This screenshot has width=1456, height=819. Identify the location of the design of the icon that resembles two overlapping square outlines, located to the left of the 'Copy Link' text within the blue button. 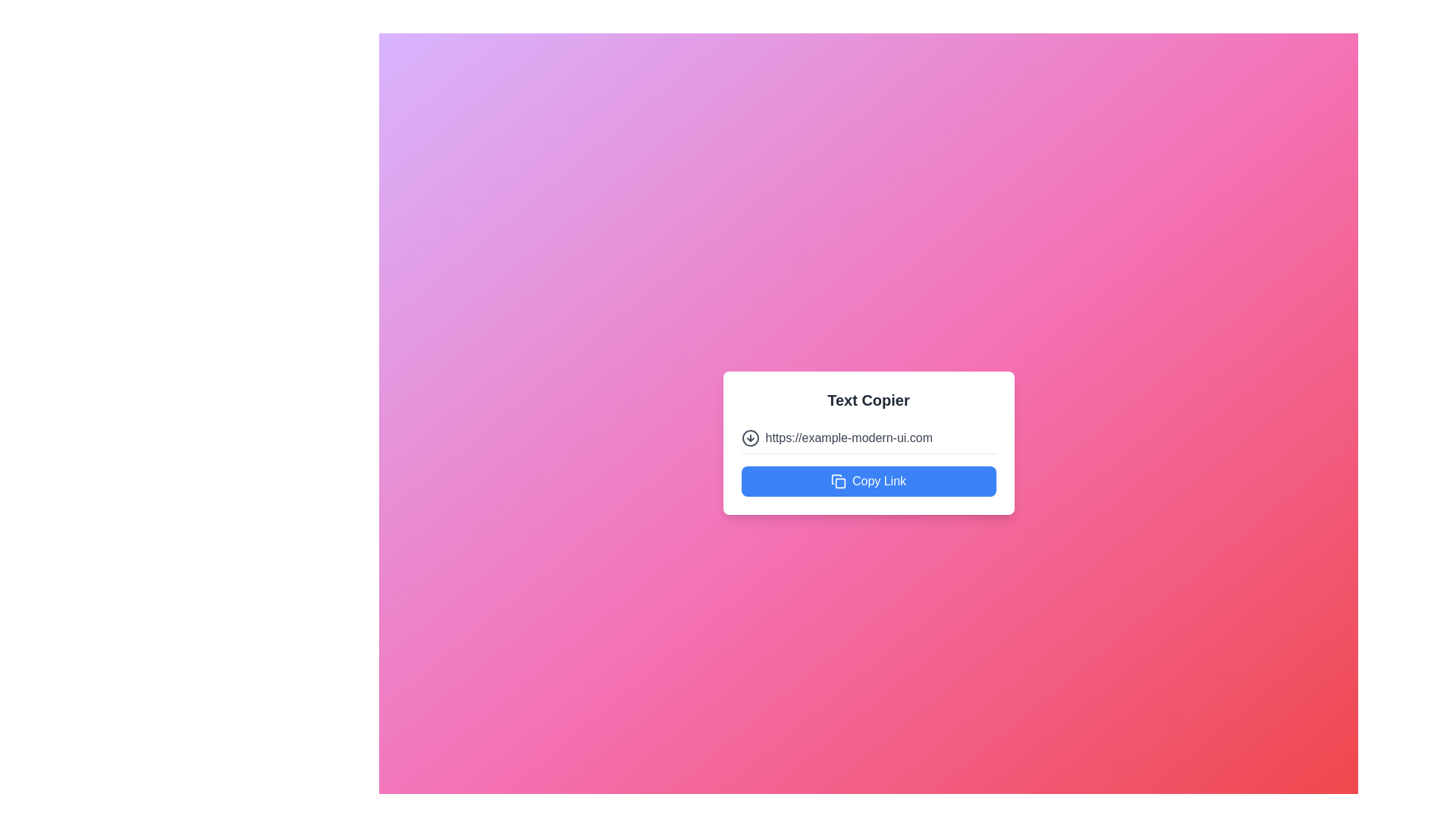
(837, 481).